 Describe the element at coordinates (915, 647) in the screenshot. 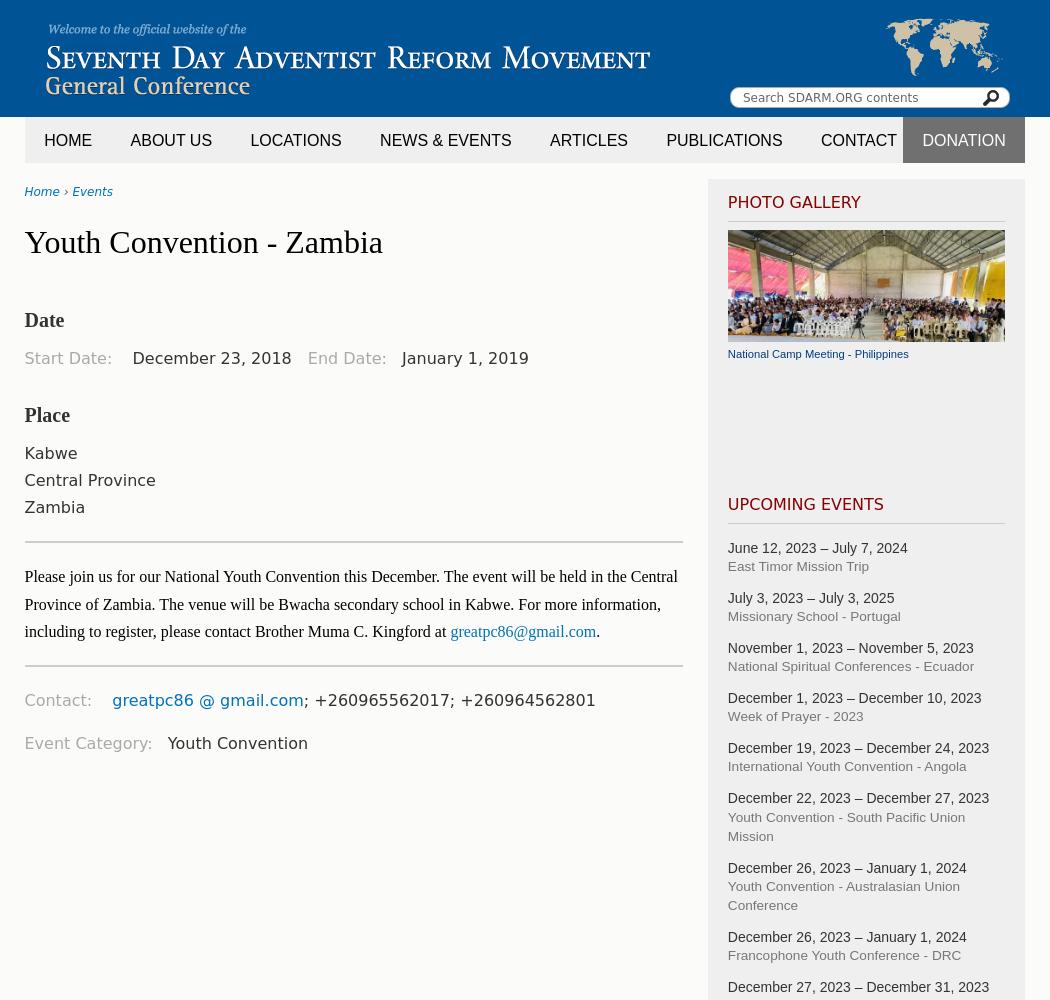

I see `'November 5, 2023'` at that location.